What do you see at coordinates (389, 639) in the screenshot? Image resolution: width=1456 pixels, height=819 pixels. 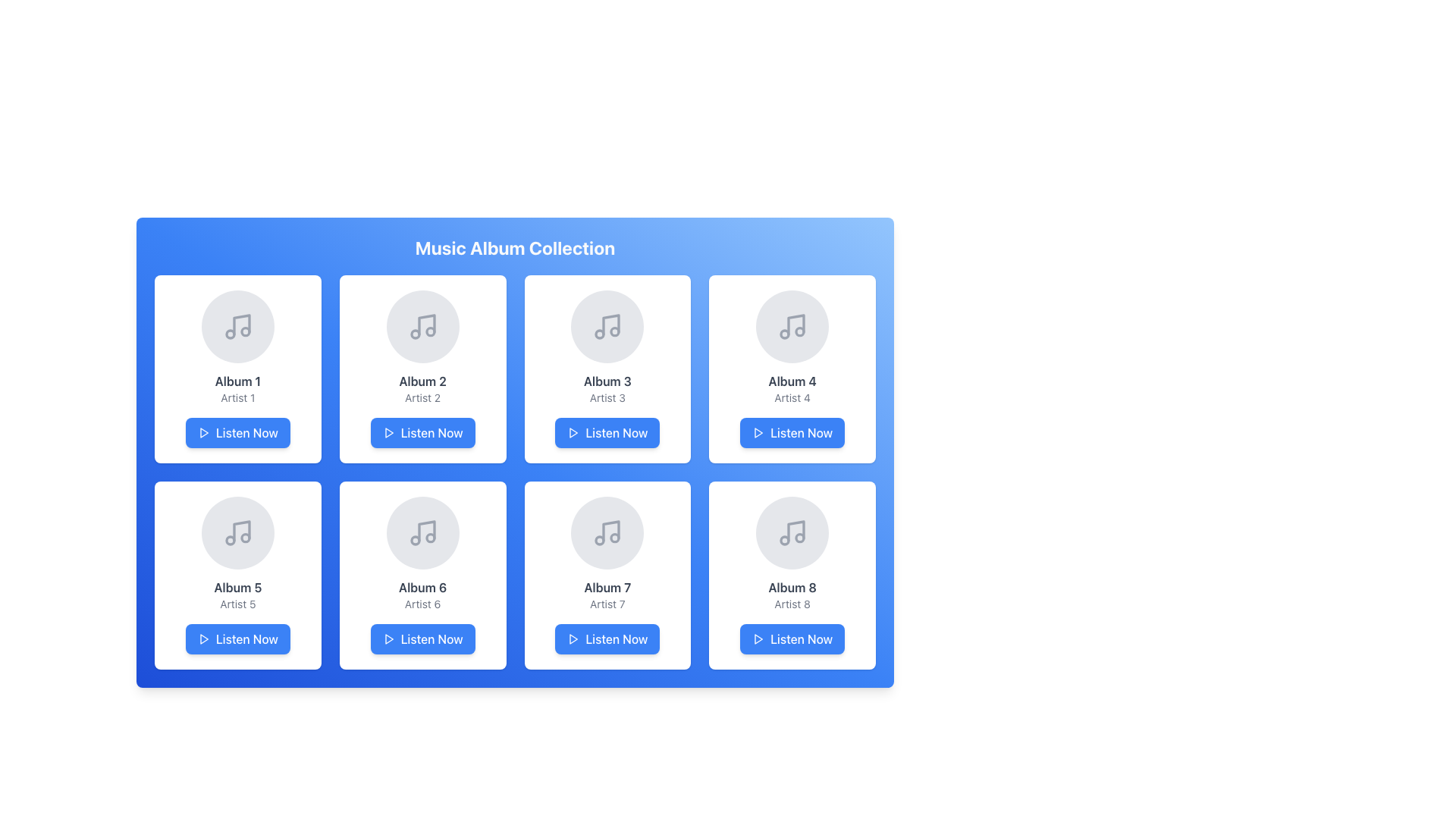 I see `the play icon within the 'Listen Now' button of the sixth album card` at bounding box center [389, 639].